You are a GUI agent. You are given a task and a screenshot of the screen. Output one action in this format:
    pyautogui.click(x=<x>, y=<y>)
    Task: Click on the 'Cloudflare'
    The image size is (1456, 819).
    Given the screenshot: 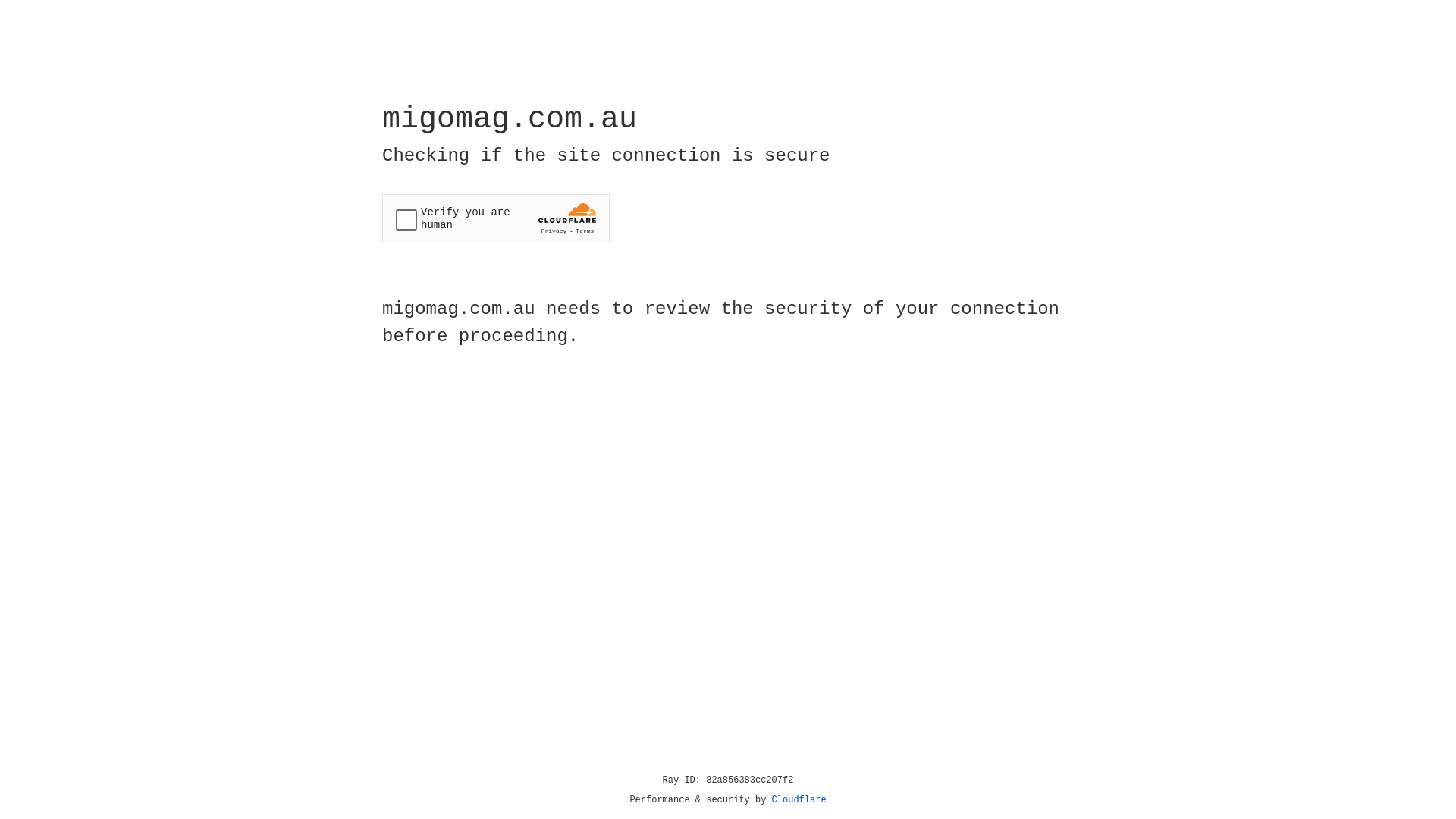 What is the action you would take?
    pyautogui.click(x=799, y=799)
    